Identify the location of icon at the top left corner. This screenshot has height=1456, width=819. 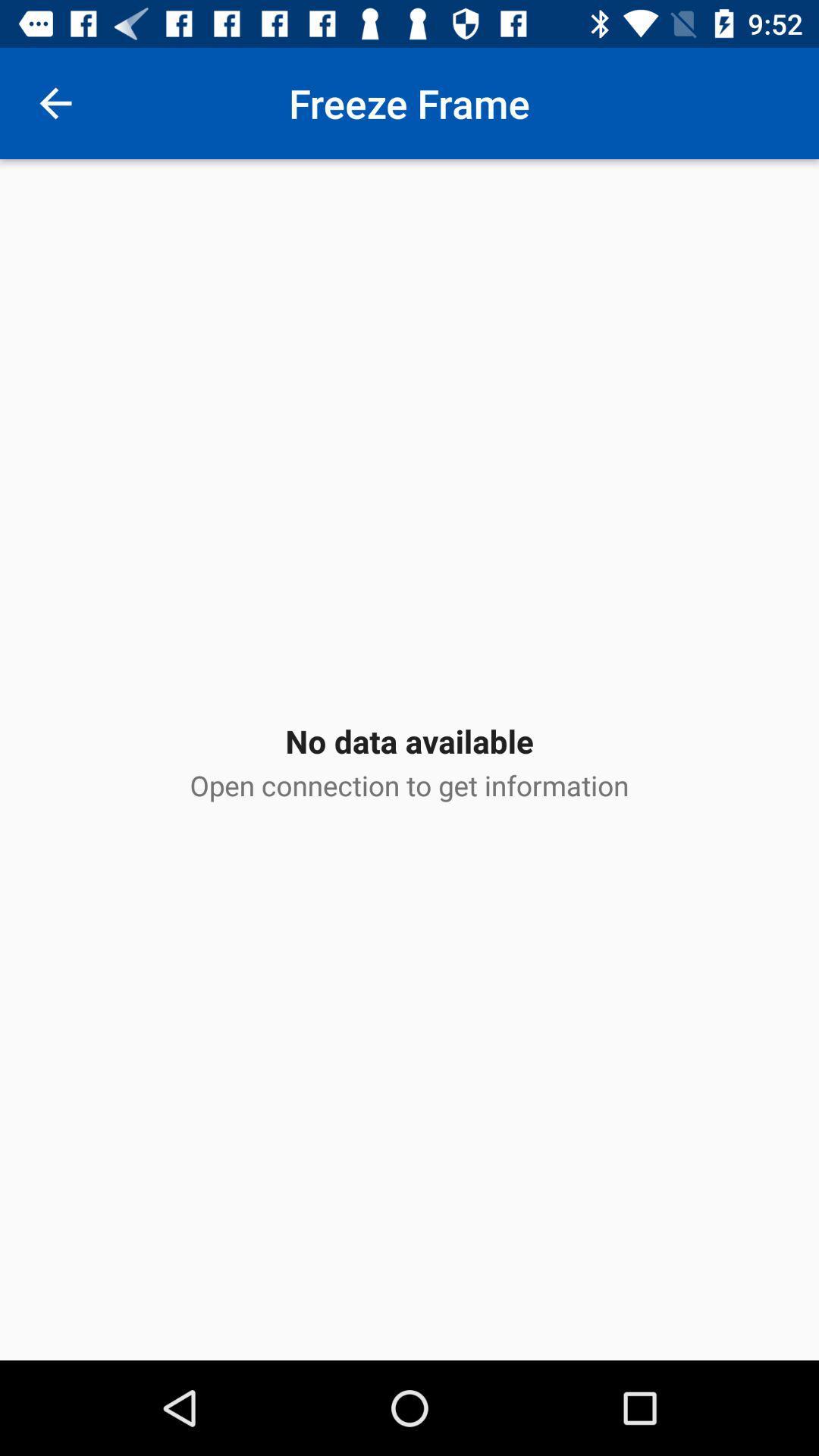
(55, 102).